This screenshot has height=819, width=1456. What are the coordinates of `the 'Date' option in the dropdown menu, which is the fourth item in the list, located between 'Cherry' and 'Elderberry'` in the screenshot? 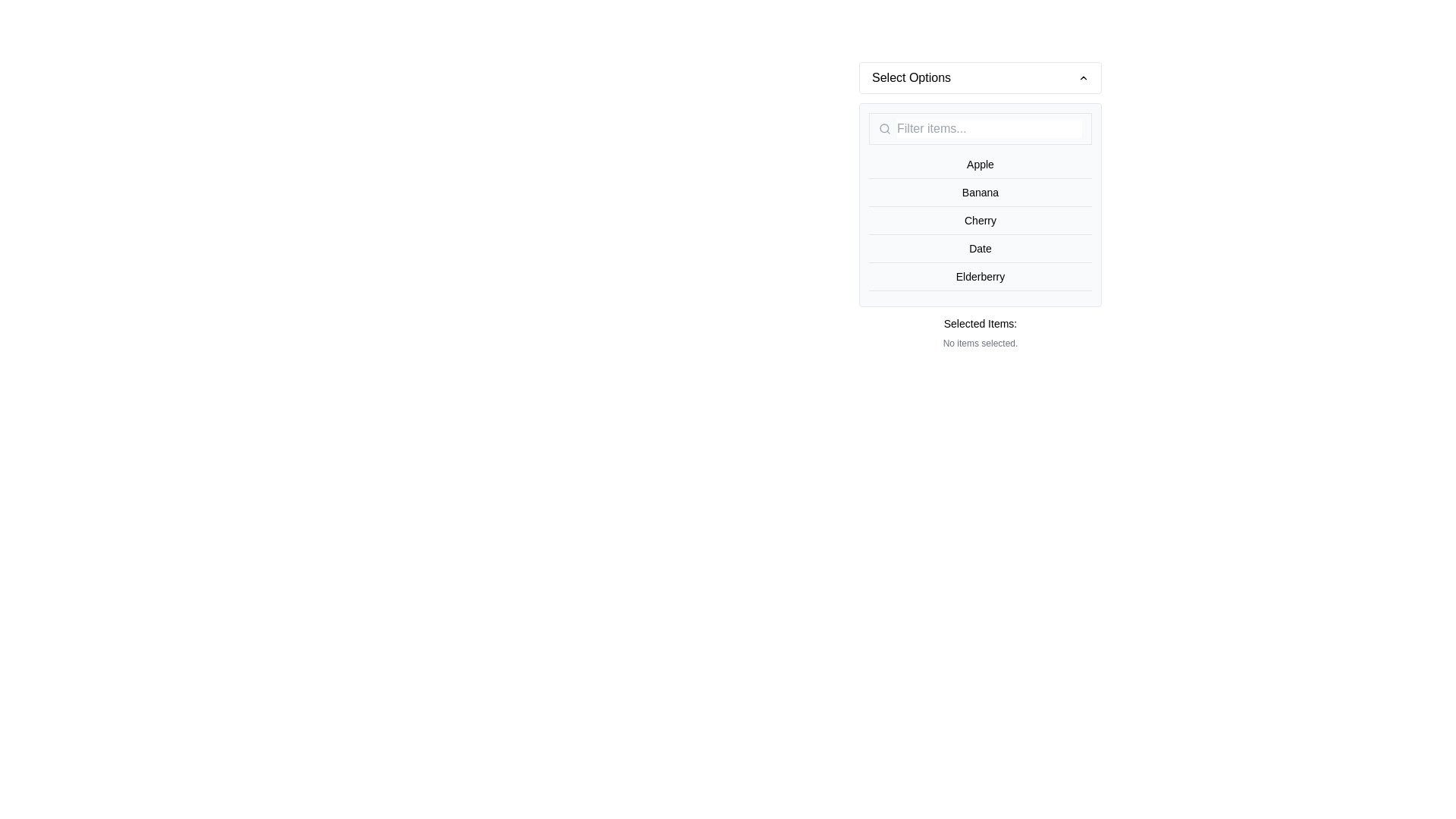 It's located at (980, 248).